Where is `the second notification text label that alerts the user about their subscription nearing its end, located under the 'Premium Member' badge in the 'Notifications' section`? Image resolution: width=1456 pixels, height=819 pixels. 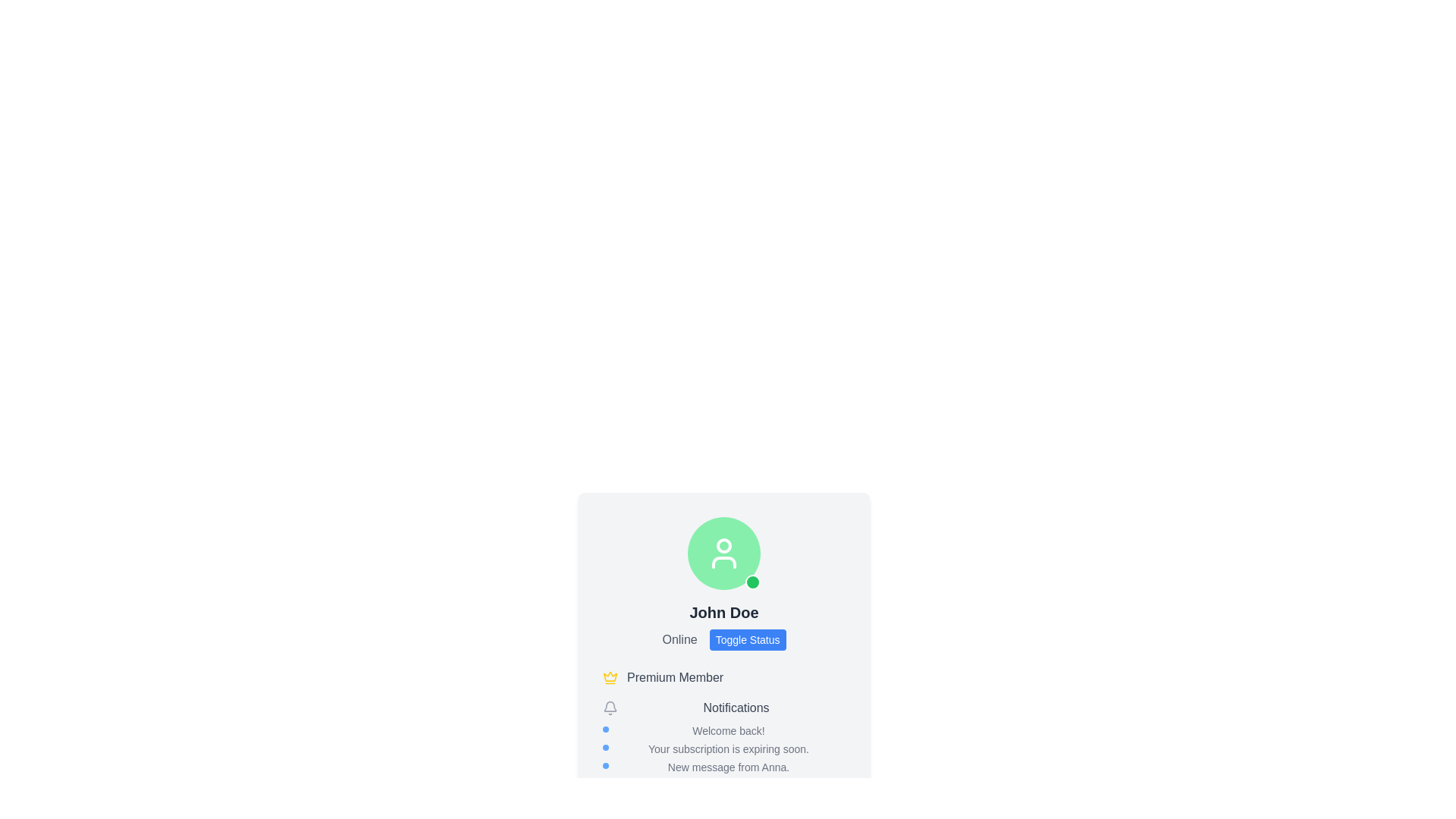
the second notification text label that alerts the user about their subscription nearing its end, located under the 'Premium Member' badge in the 'Notifications' section is located at coordinates (723, 748).